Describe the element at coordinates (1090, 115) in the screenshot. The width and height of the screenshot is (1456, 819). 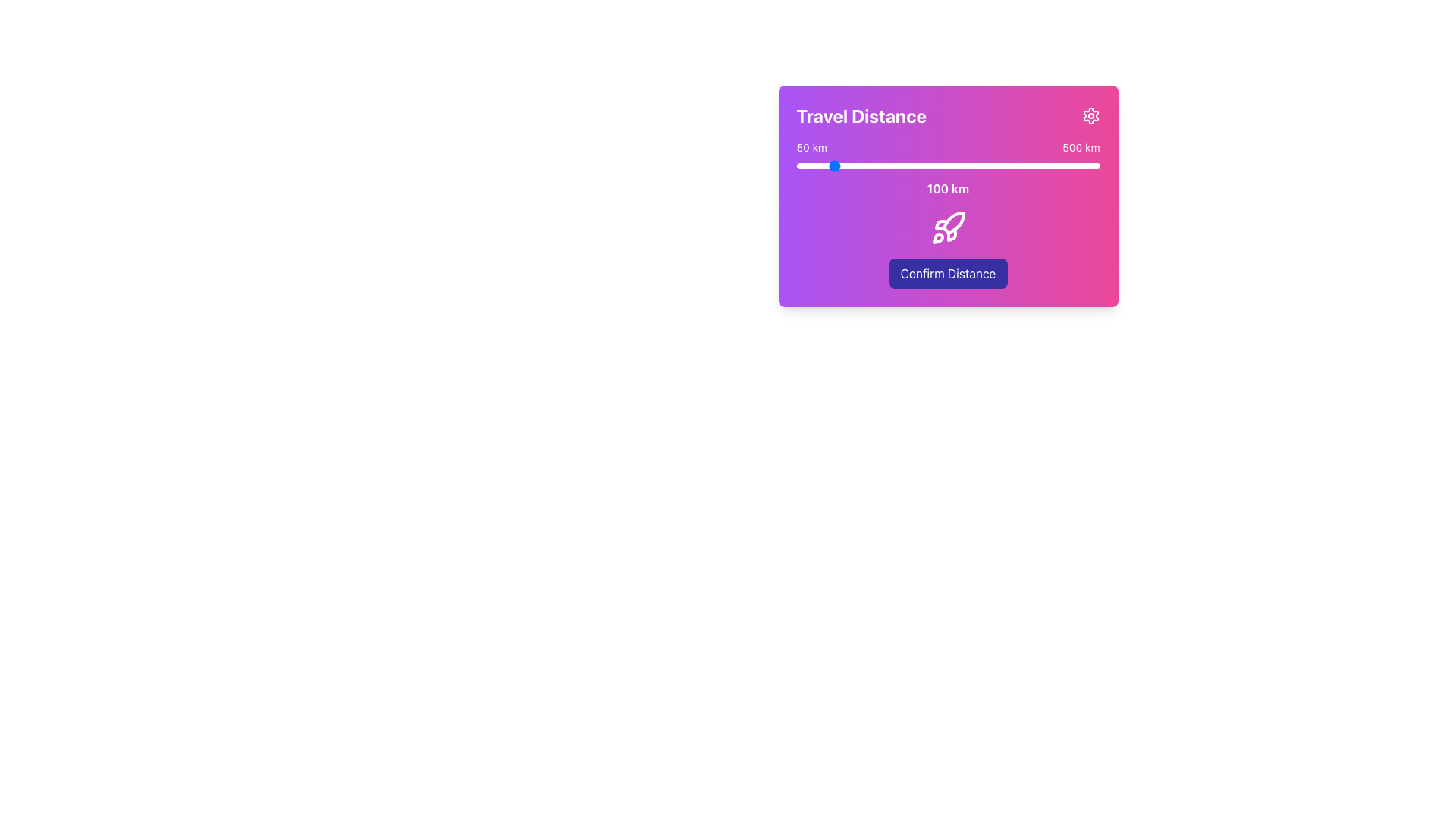
I see `the settings icon located at the top-right corner of the 'Travel Distance' card` at that location.